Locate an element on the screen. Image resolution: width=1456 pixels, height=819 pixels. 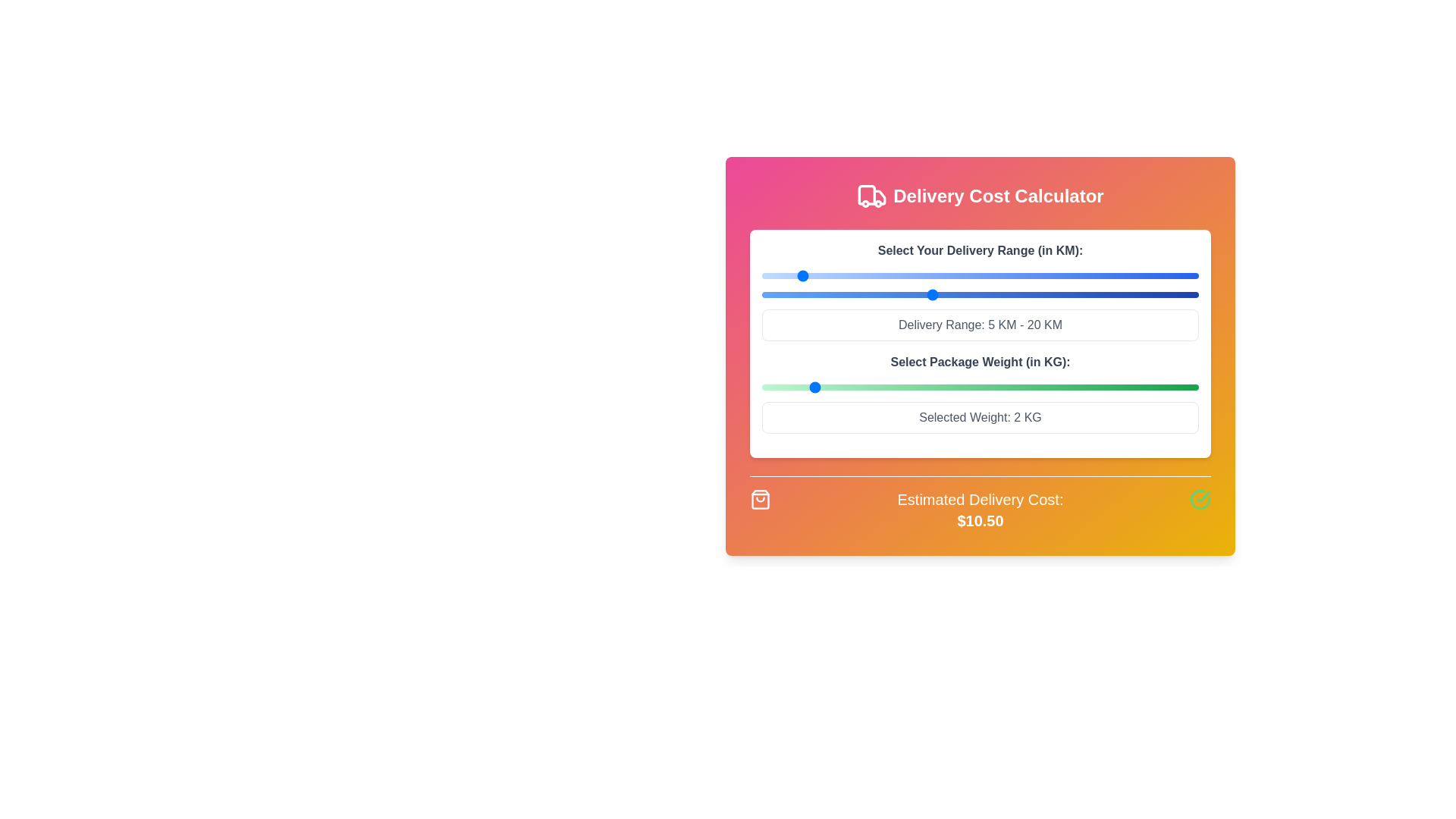
the delivery range is located at coordinates (1119, 275).